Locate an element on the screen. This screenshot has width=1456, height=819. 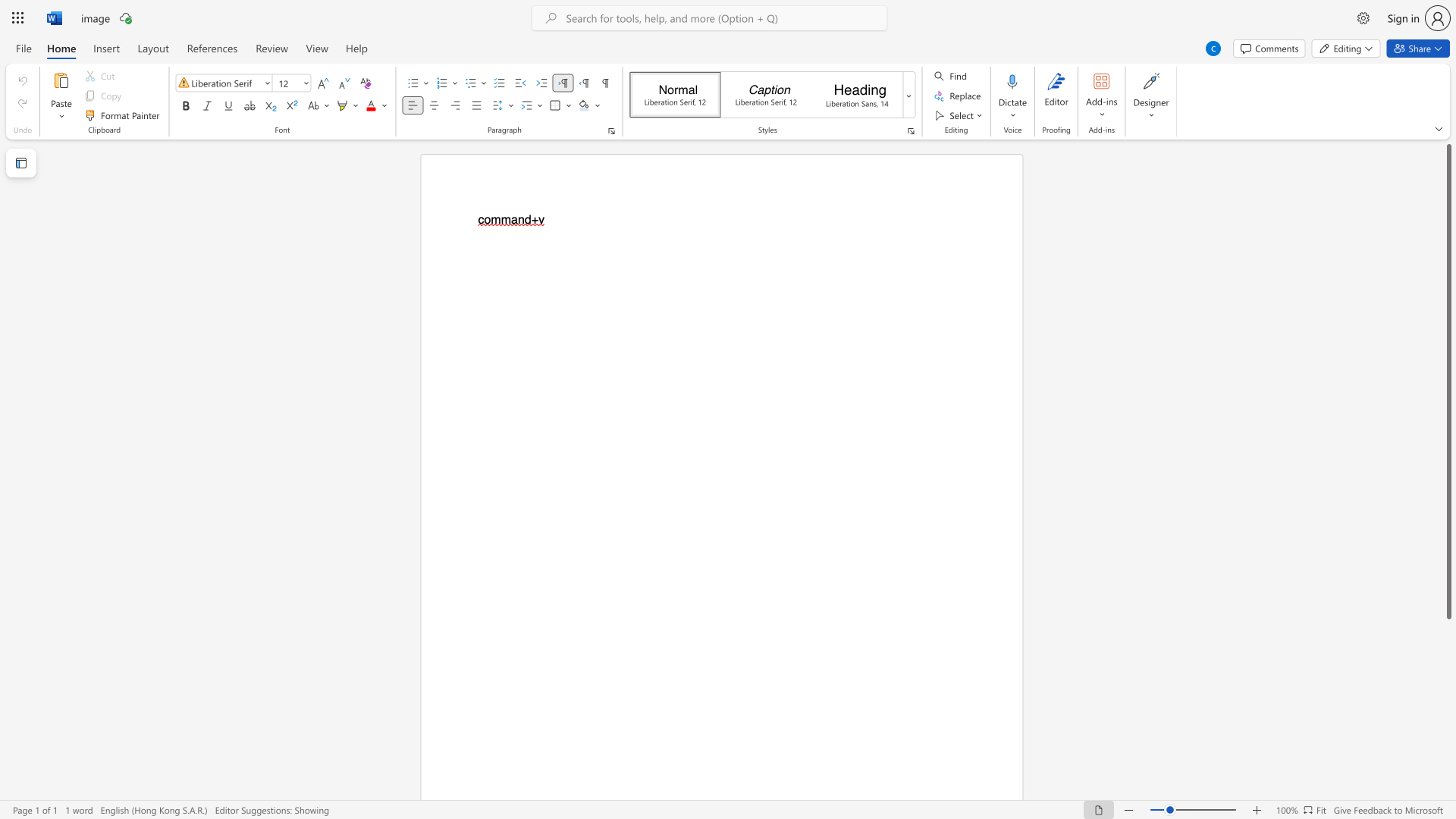
the scrollbar to adjust the page downward is located at coordinates (1448, 651).